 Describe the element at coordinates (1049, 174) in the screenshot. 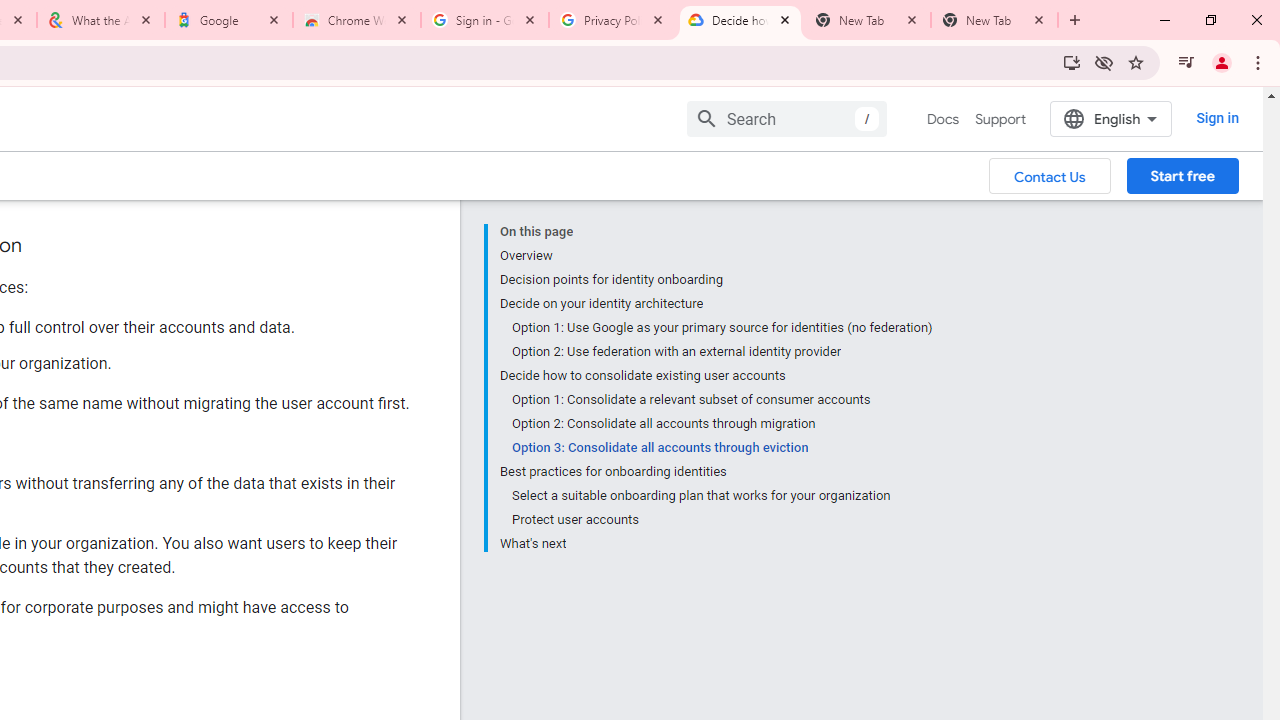

I see `'Contact Us'` at that location.